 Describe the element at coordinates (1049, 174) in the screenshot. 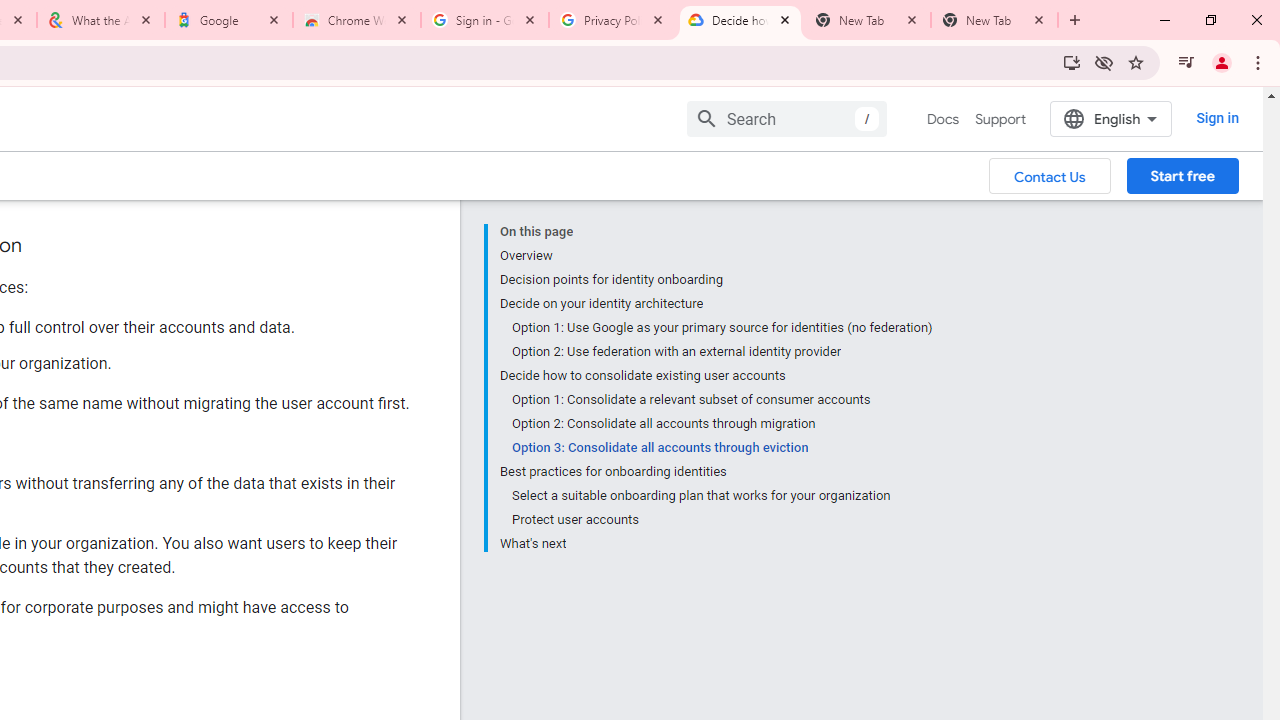

I see `'Contact Us'` at that location.